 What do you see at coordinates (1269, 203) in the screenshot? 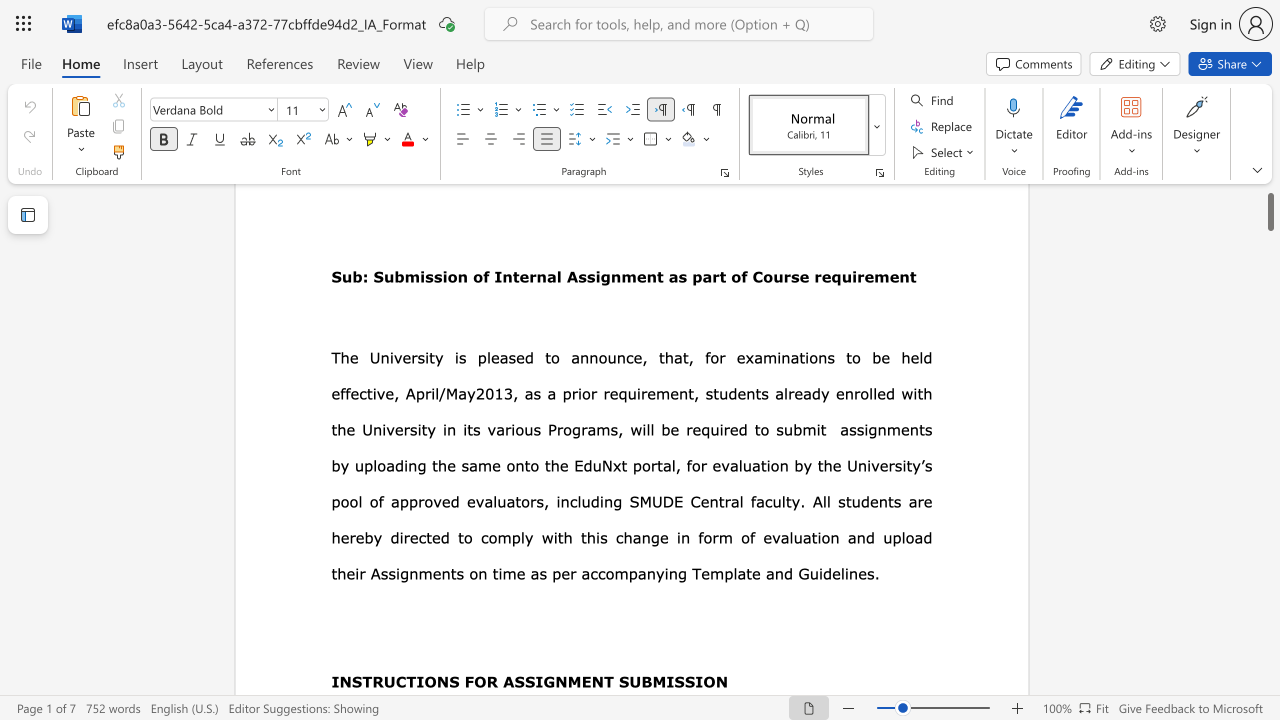
I see `the scrollbar and move down 280 pixels` at bounding box center [1269, 203].